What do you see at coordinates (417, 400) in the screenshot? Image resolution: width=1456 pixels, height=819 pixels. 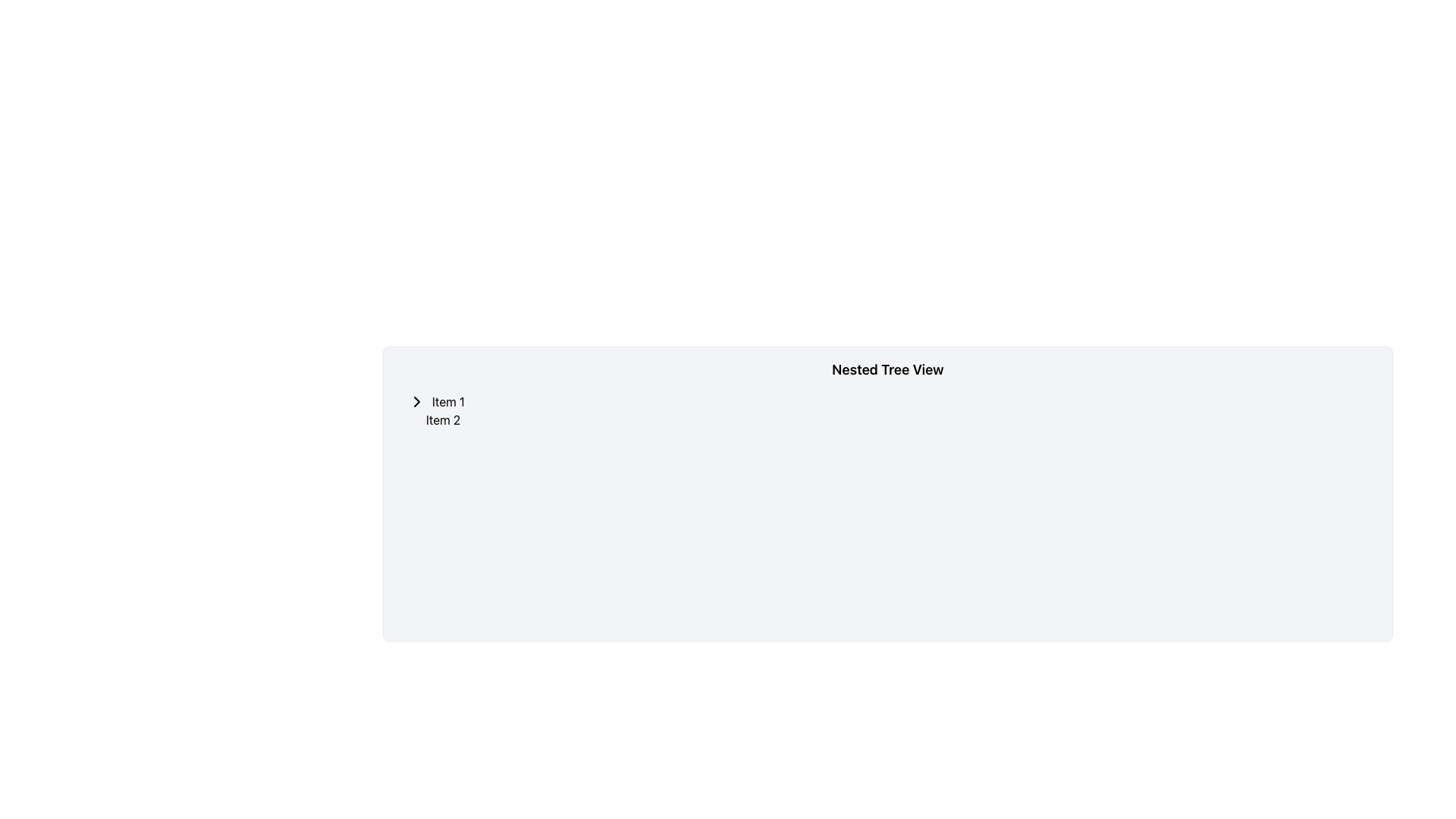 I see `the rightward-pointing chevron arrow icon located to the left of 'Item 1' for keyboard interaction` at bounding box center [417, 400].